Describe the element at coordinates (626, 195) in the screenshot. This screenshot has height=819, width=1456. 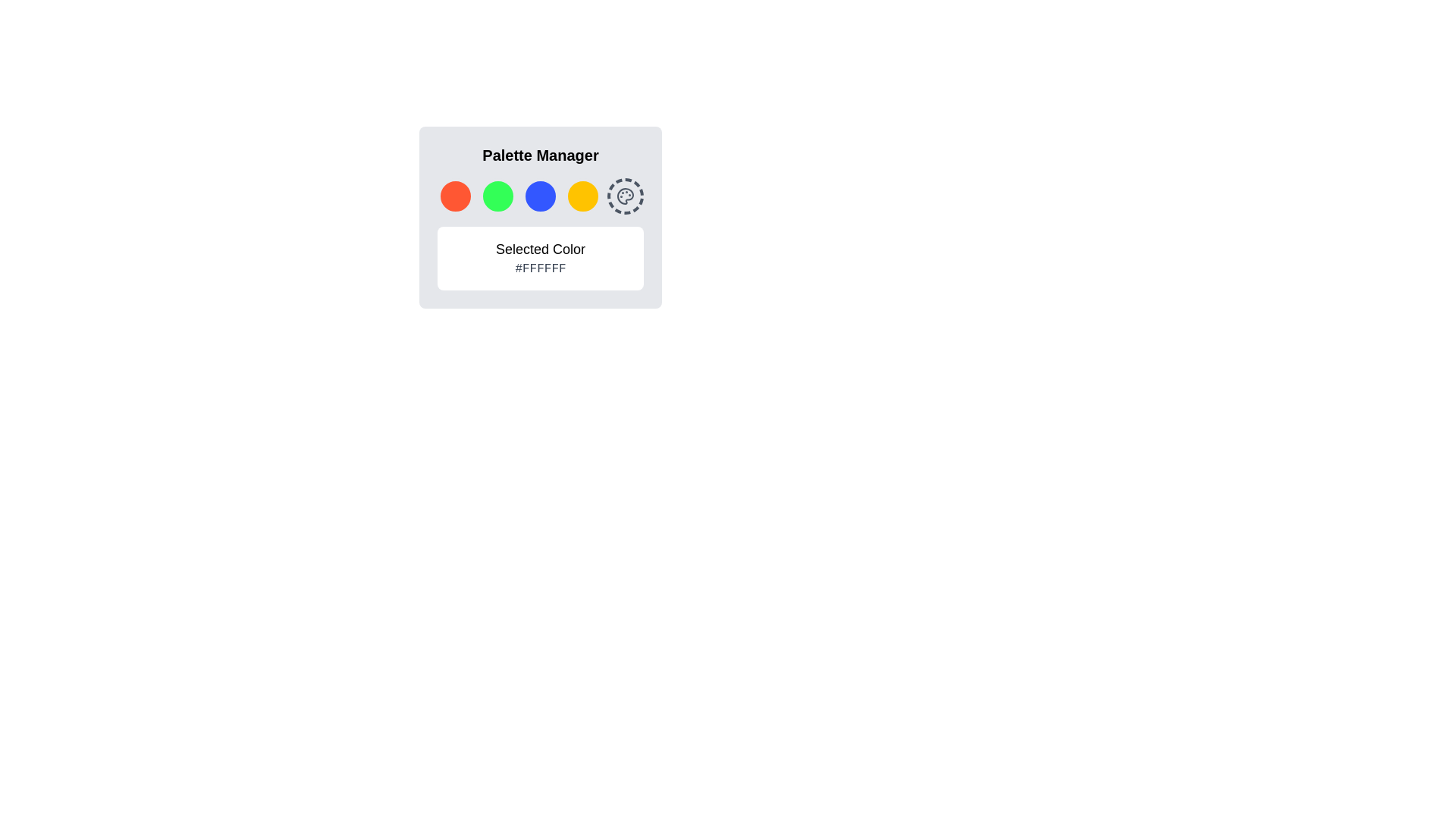
I see `the circular button with an icon located at the farthest right in a horizontal sequence of five buttons` at that location.